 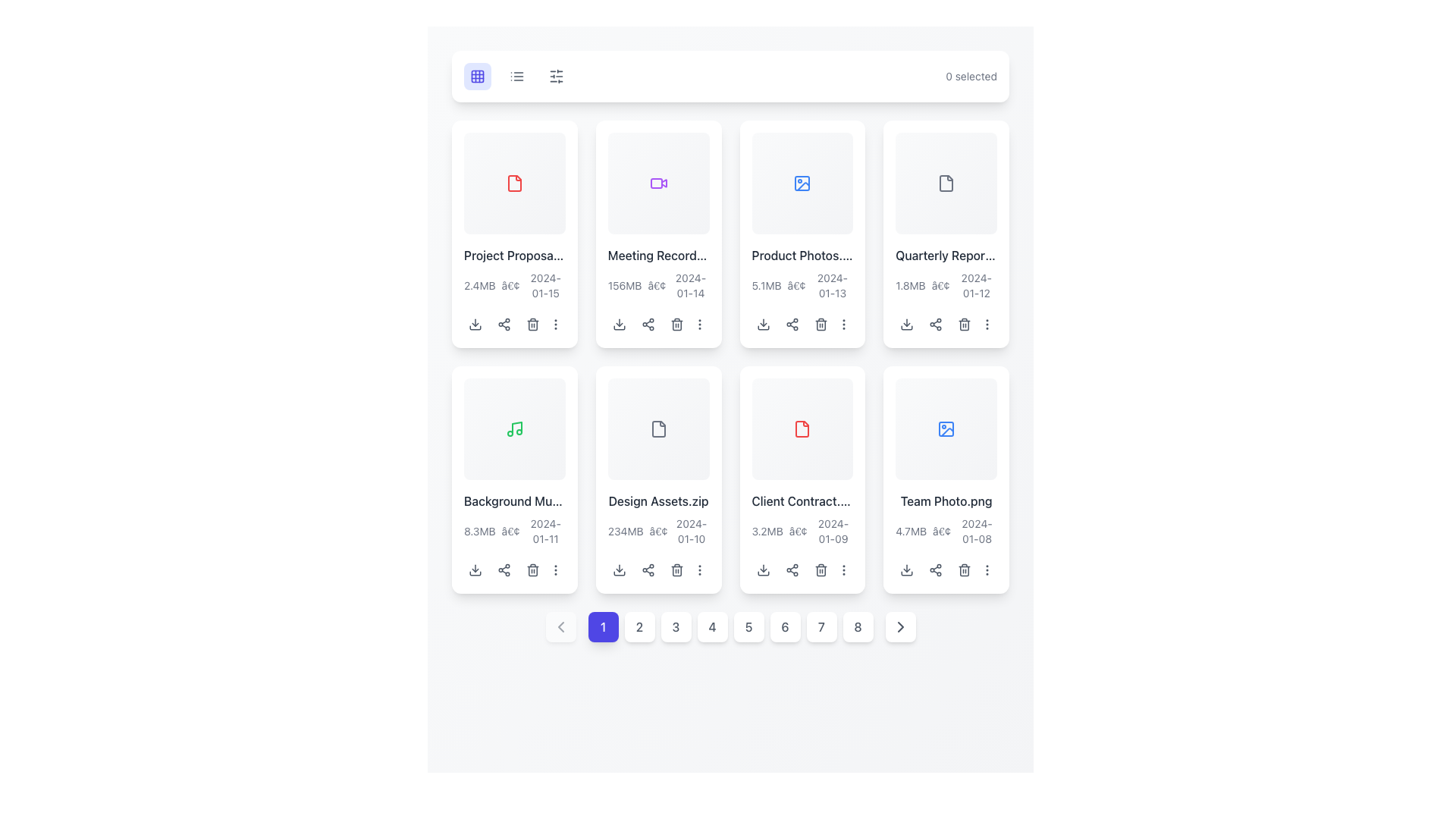 What do you see at coordinates (843, 570) in the screenshot?
I see `the rightmost Vertical Ellipsis Button in the control row of the 'Client Contract.pdf' card` at bounding box center [843, 570].